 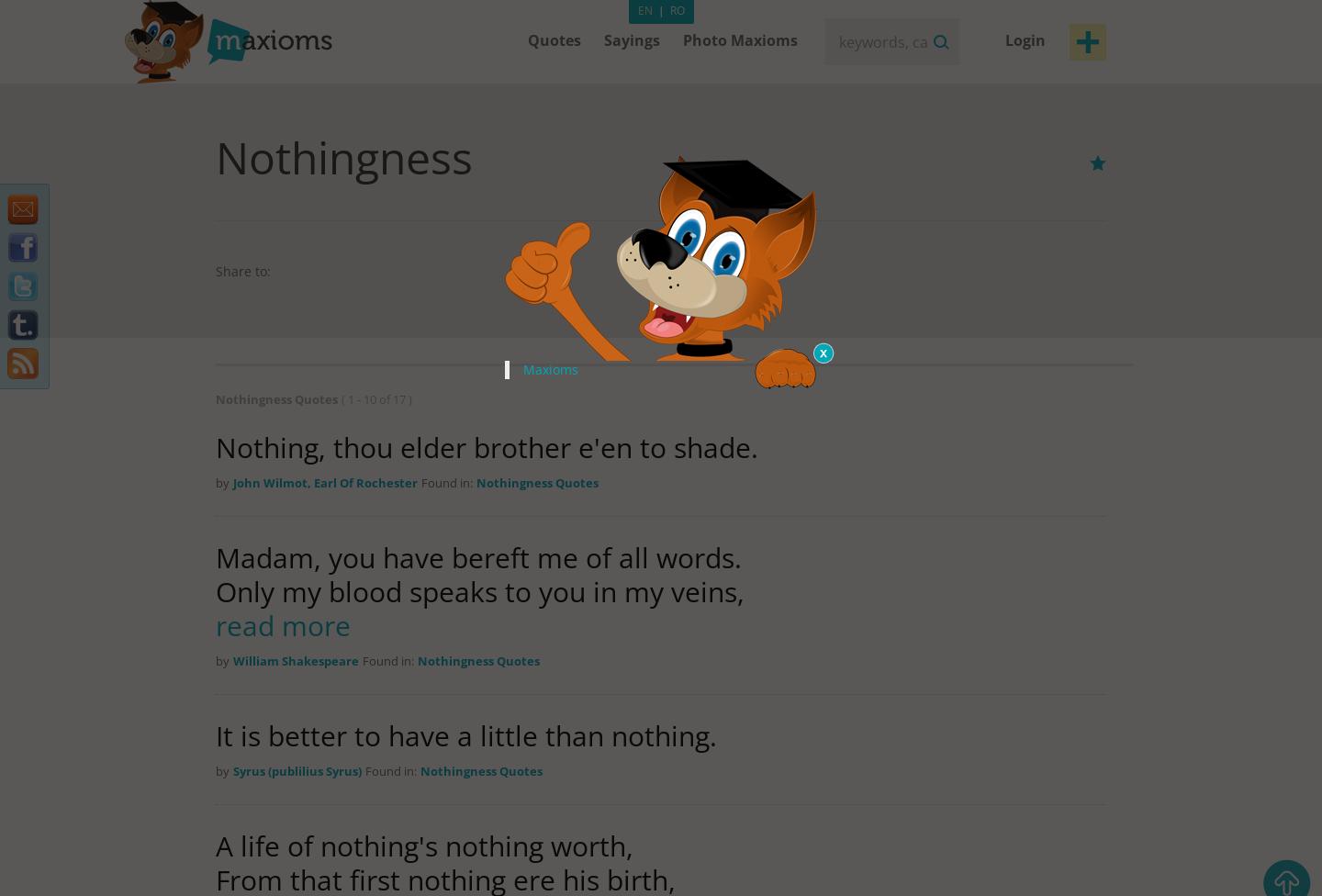 I want to click on 'Only my blood speaks to you in my veins,', so click(x=479, y=590).